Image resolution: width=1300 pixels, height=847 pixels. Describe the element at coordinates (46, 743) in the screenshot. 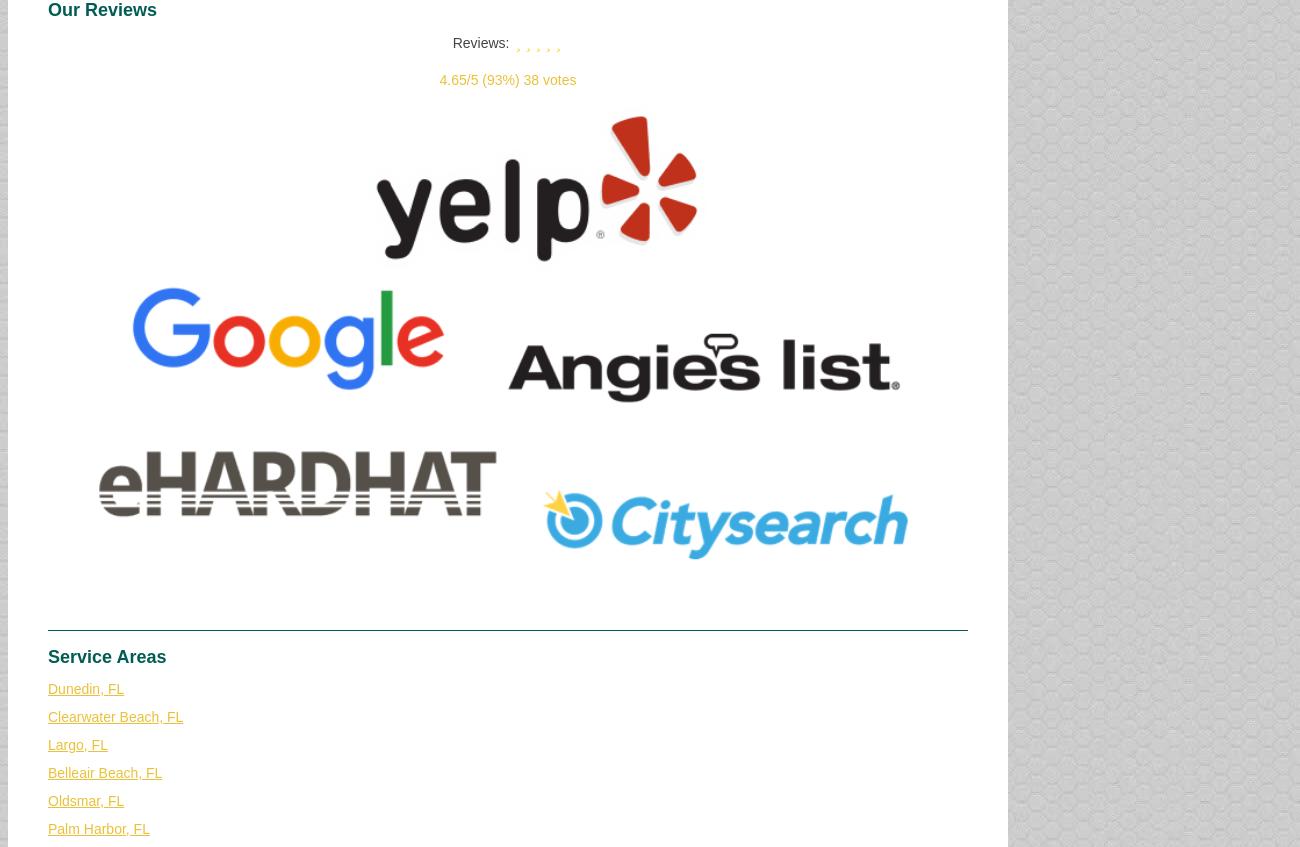

I see `'Largo, FL'` at that location.